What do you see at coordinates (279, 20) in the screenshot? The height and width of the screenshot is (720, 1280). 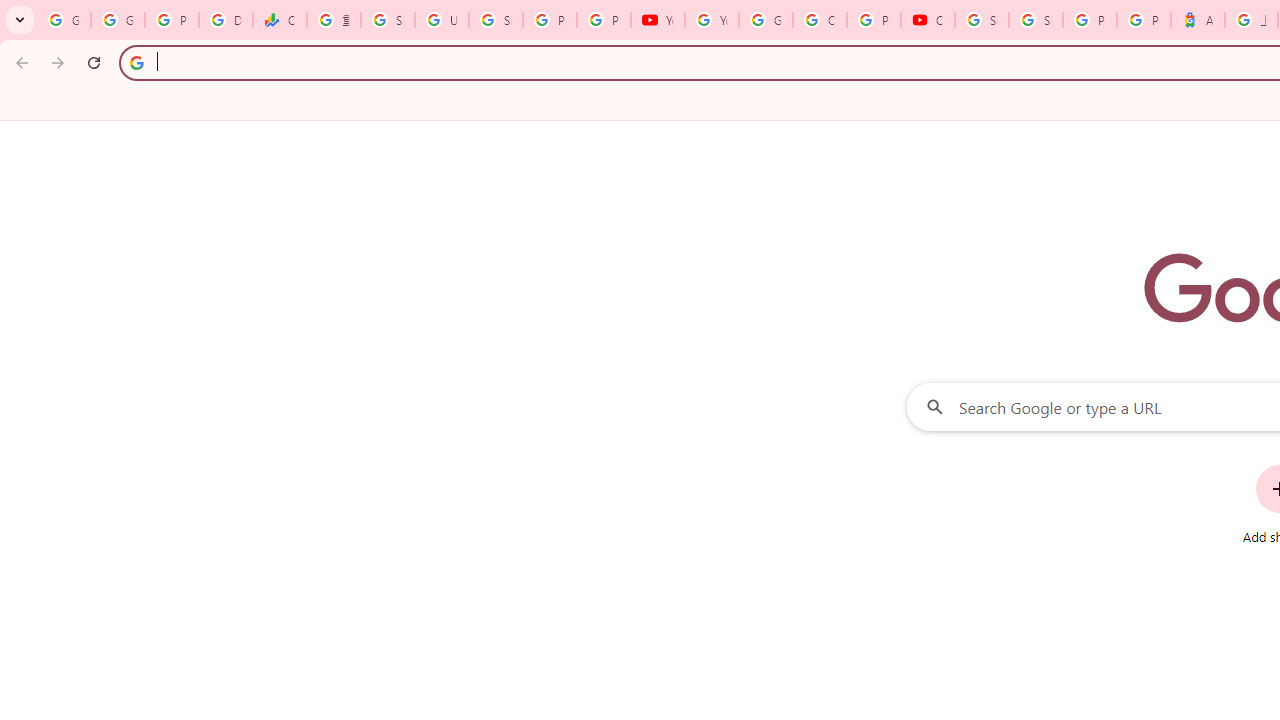 I see `'Currencies - Google Finance'` at bounding box center [279, 20].